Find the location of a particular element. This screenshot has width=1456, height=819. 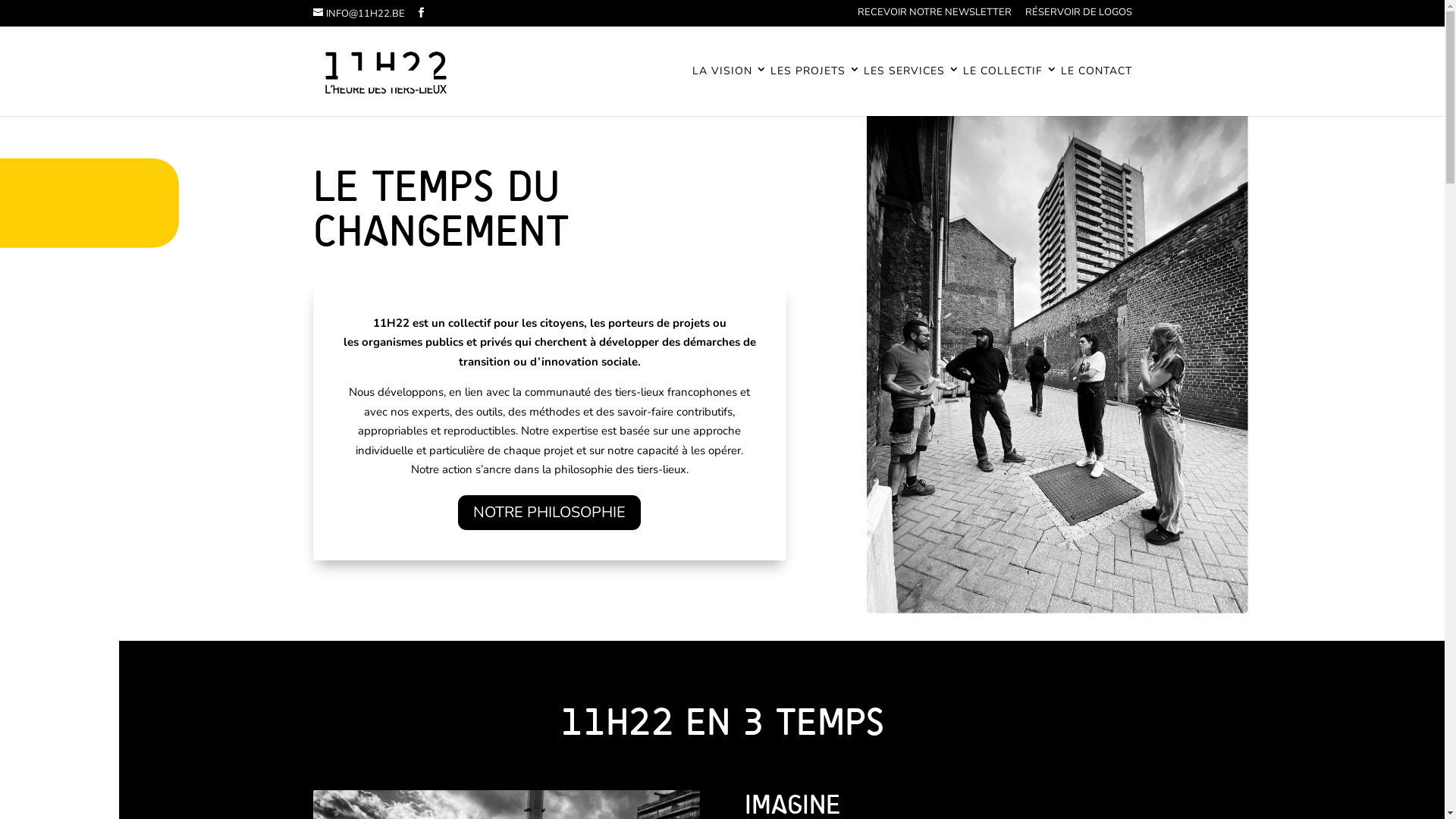

'LE CONTACT' is located at coordinates (1095, 90).